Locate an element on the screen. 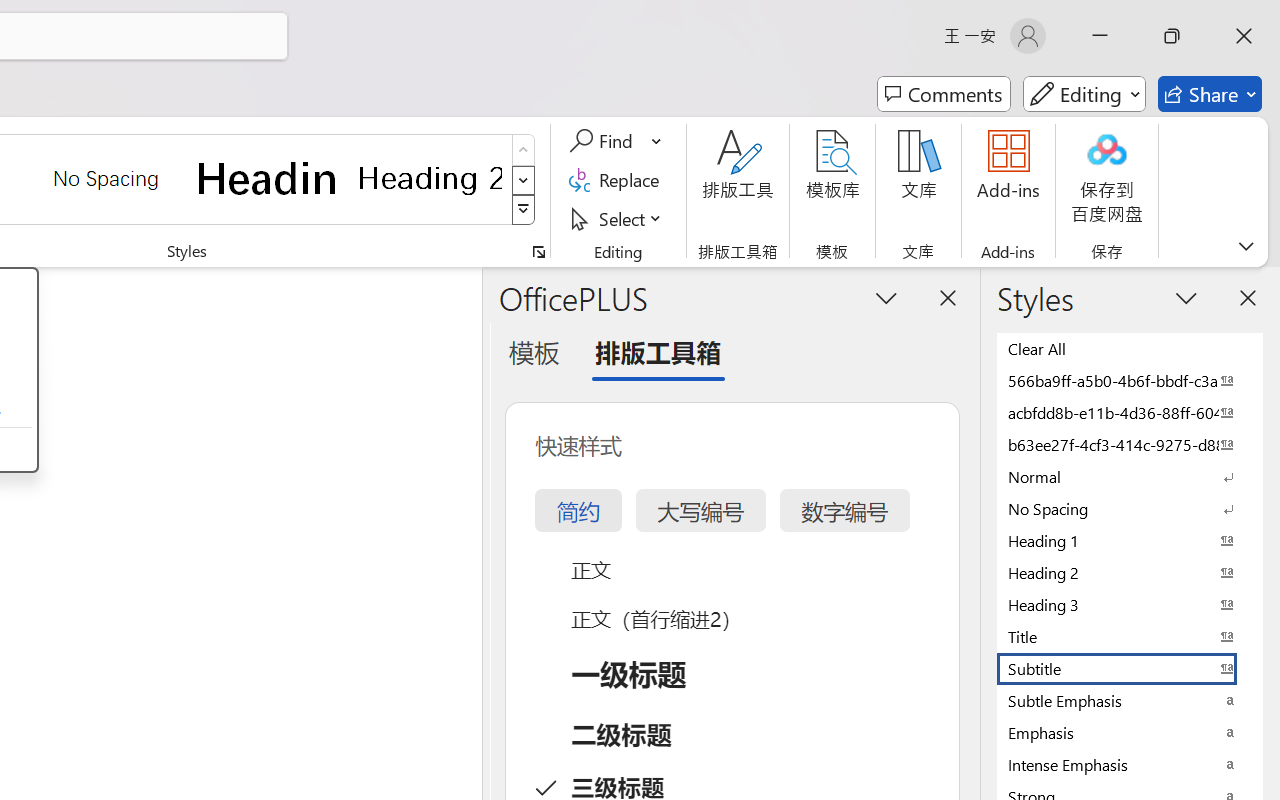 This screenshot has height=800, width=1280. 'Clear All' is located at coordinates (1130, 348).